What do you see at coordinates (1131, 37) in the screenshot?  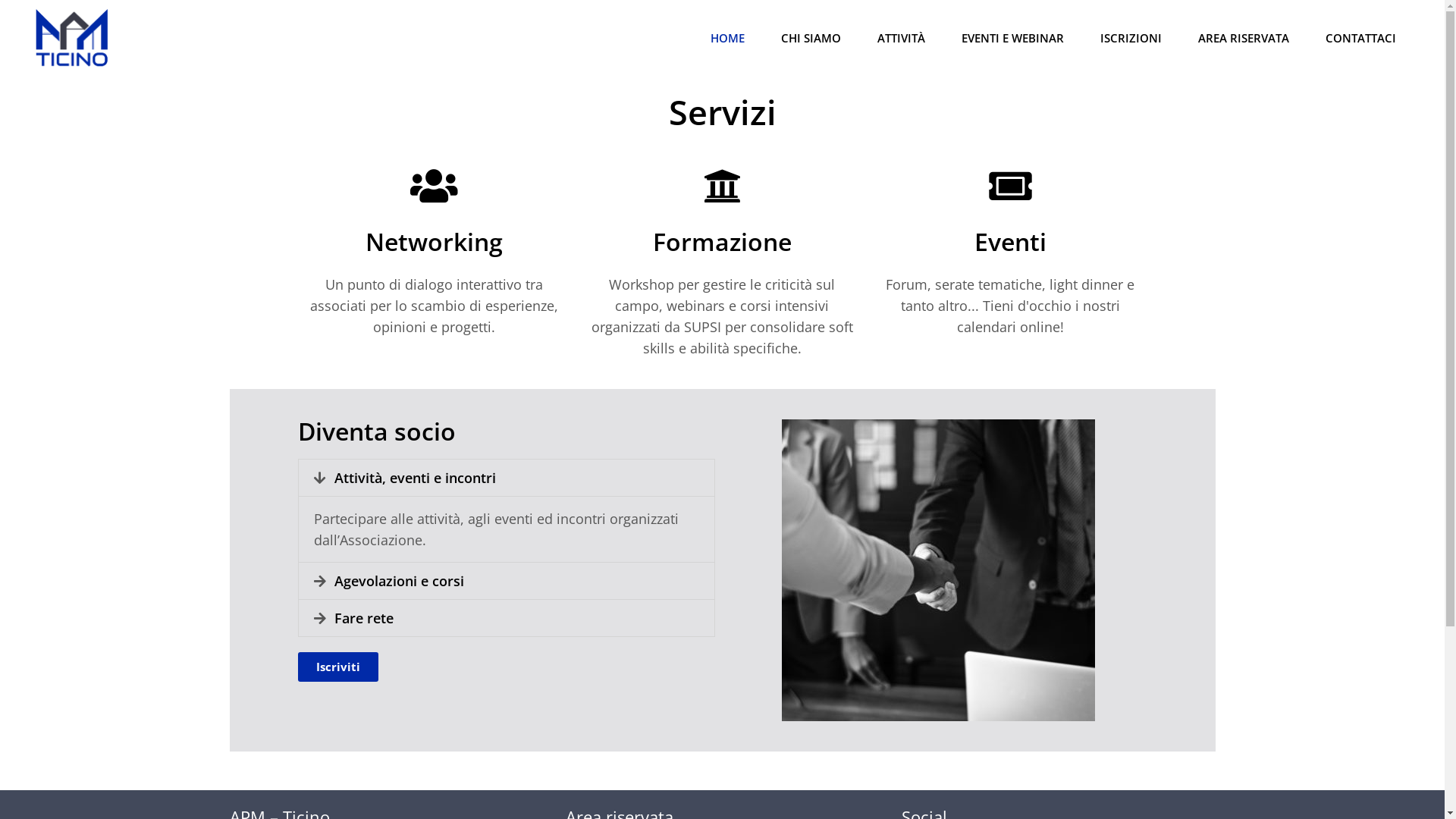 I see `'ISCRIZIONI'` at bounding box center [1131, 37].